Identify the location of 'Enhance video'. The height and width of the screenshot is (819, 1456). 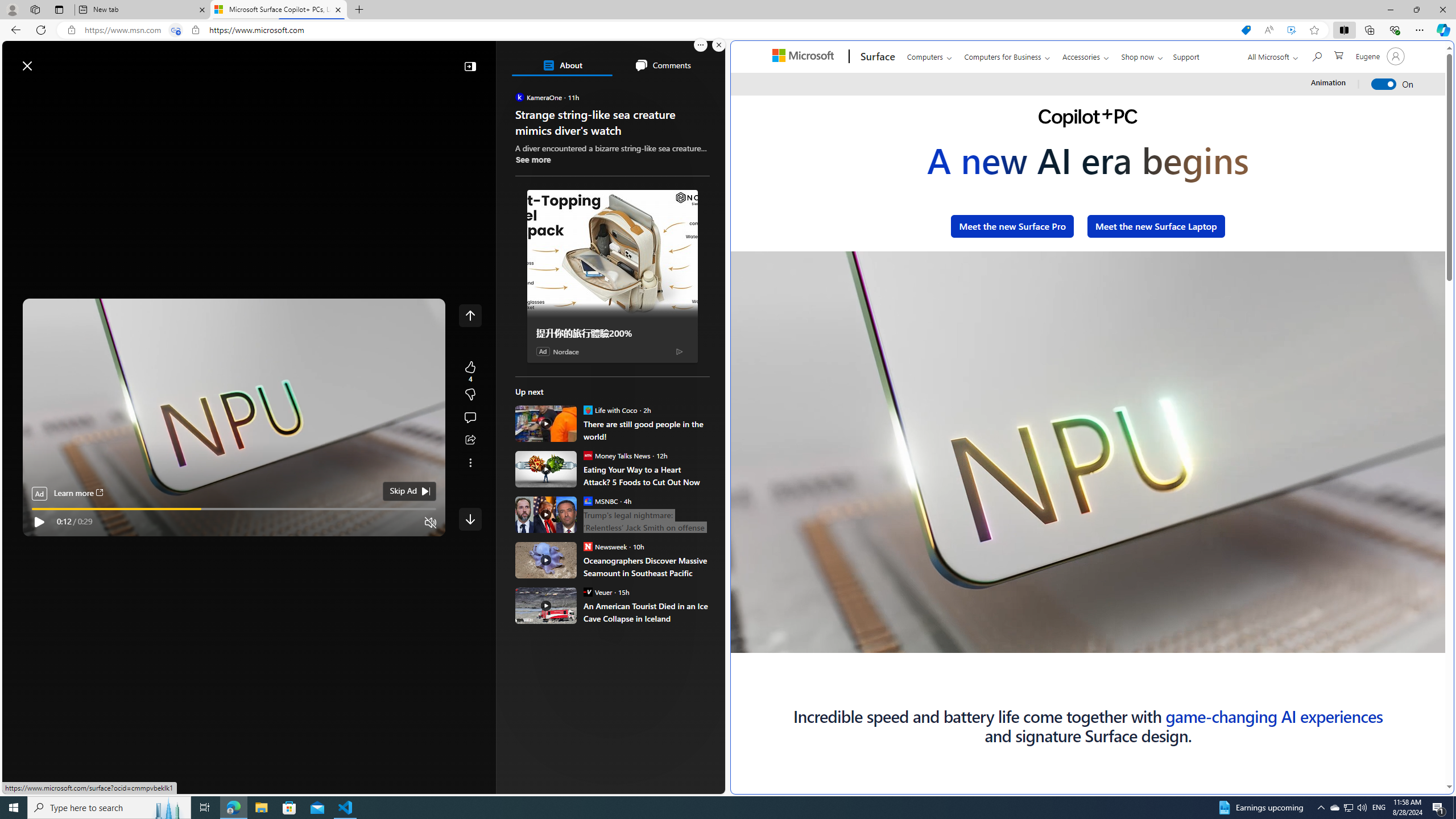
(1291, 30).